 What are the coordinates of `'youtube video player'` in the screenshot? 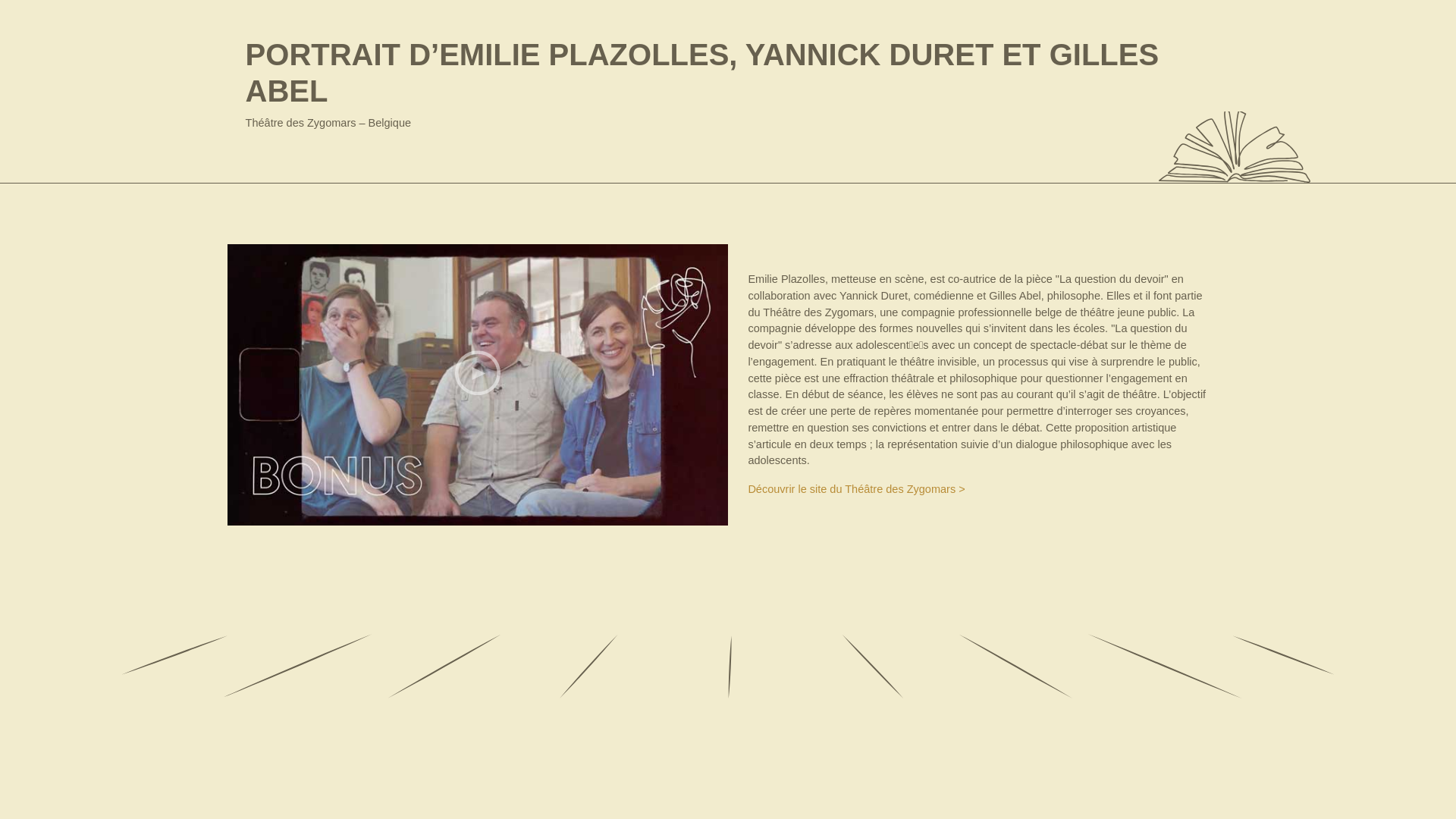 It's located at (476, 384).